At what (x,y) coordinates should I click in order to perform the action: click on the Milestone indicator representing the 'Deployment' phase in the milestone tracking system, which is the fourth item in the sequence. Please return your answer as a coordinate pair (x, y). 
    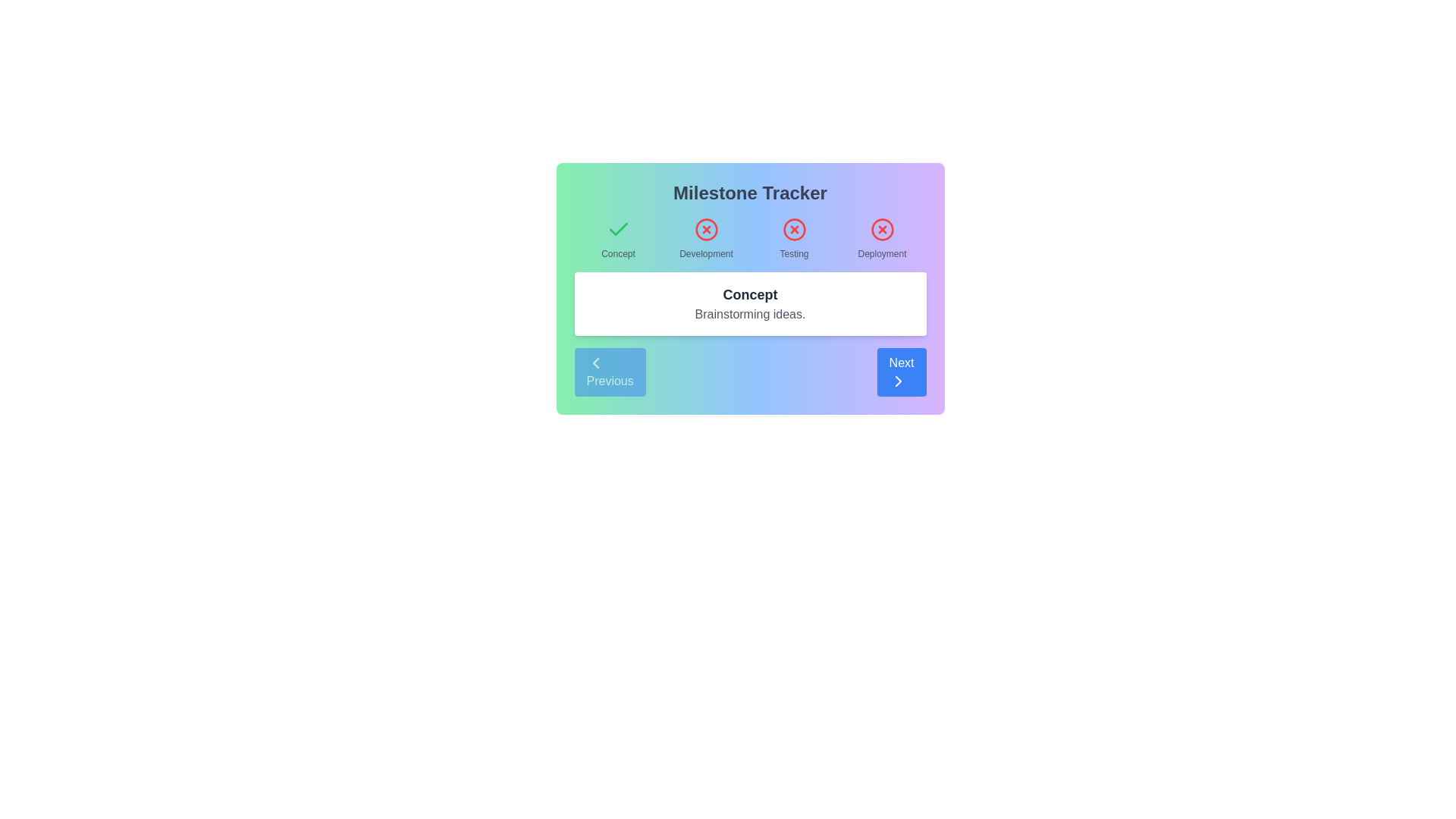
    Looking at the image, I should click on (882, 239).